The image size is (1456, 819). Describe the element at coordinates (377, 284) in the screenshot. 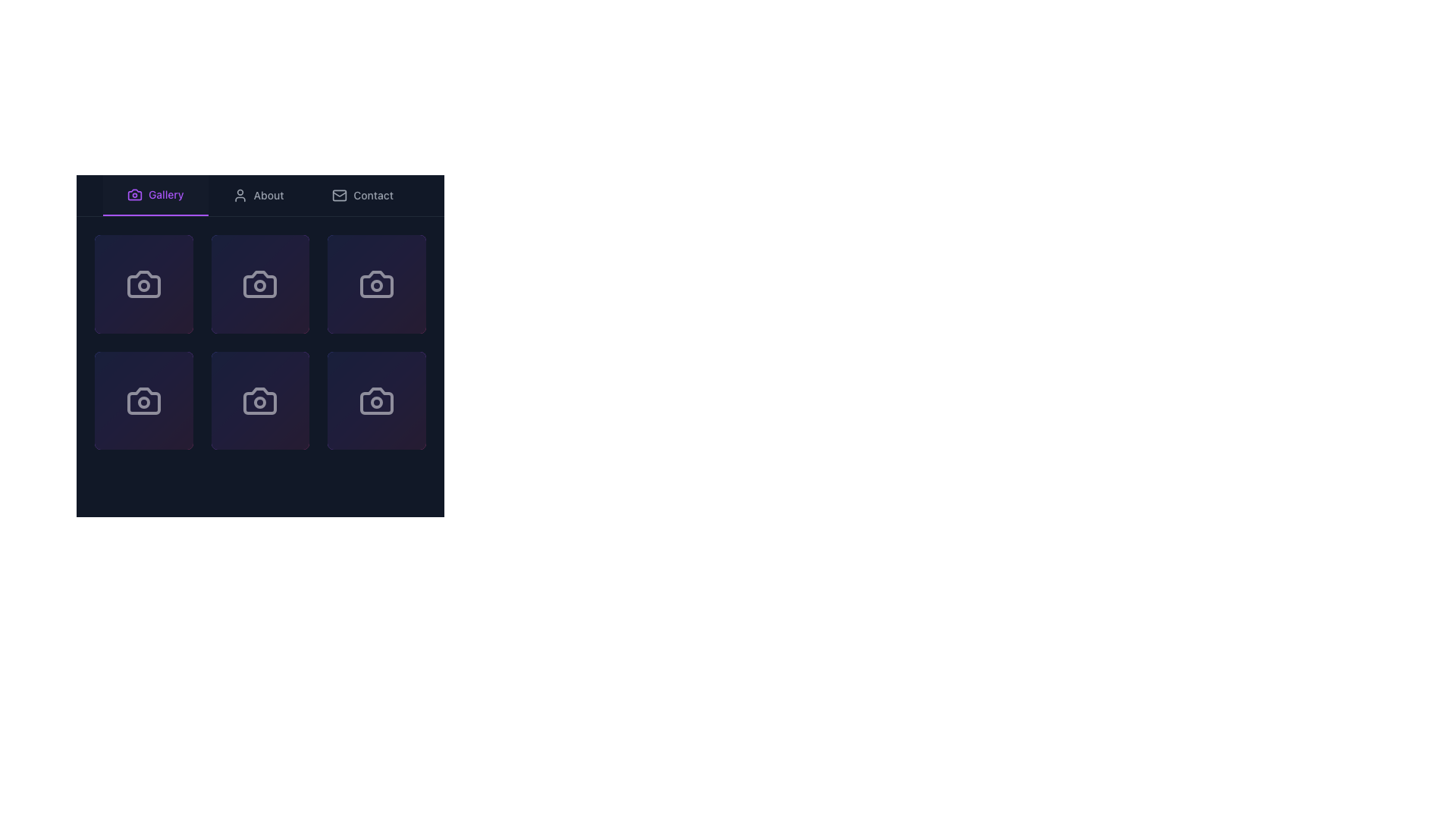

I see `the camera icon depicted in thin-line vector art style located in the second row, second column of the gallery grid` at that location.